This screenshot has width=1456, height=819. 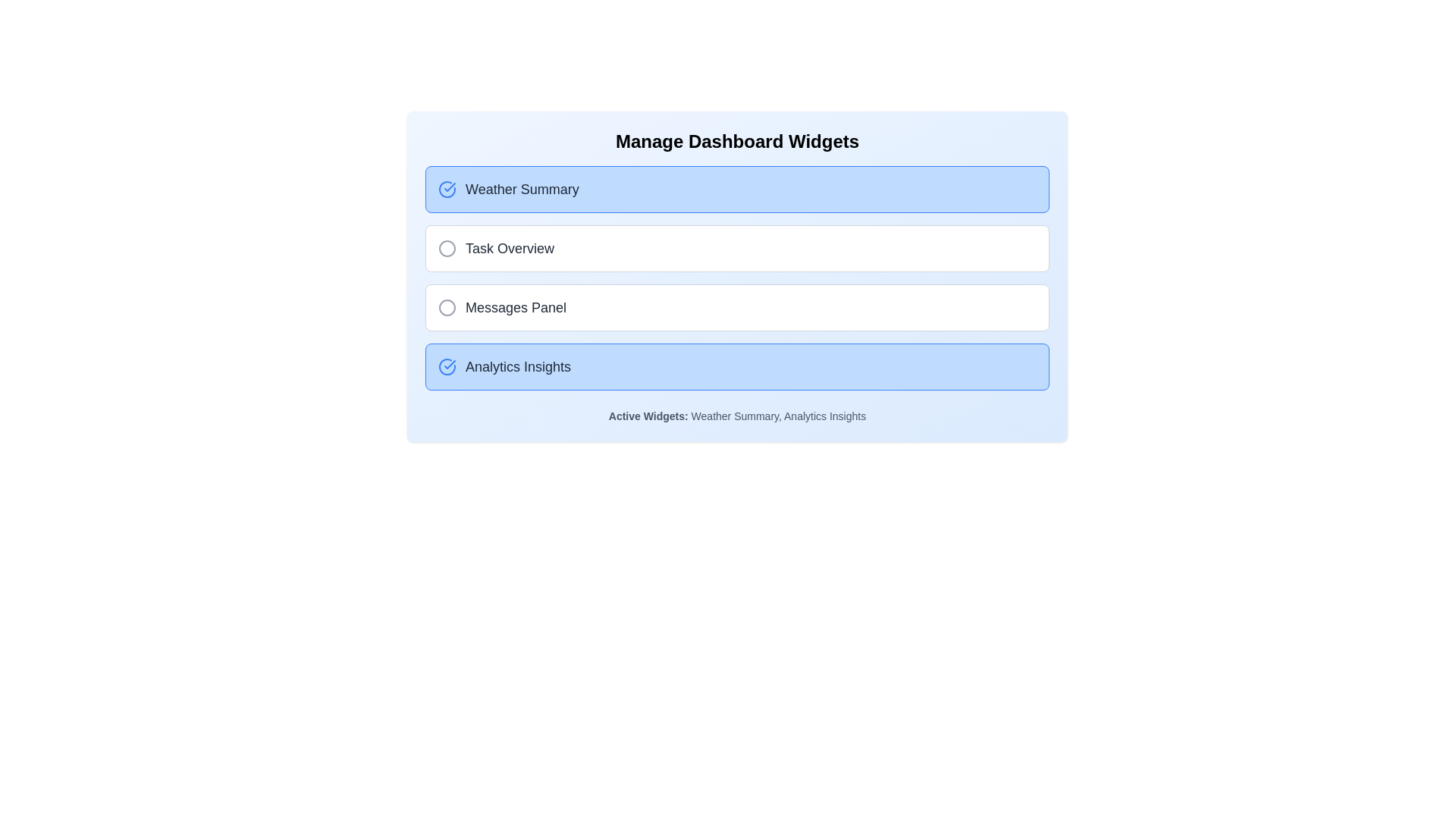 I want to click on the blue checkmark icon located to the left of the 'Weather Summary' text in the first option of the vertical list of dashboard widget options, so click(x=447, y=189).